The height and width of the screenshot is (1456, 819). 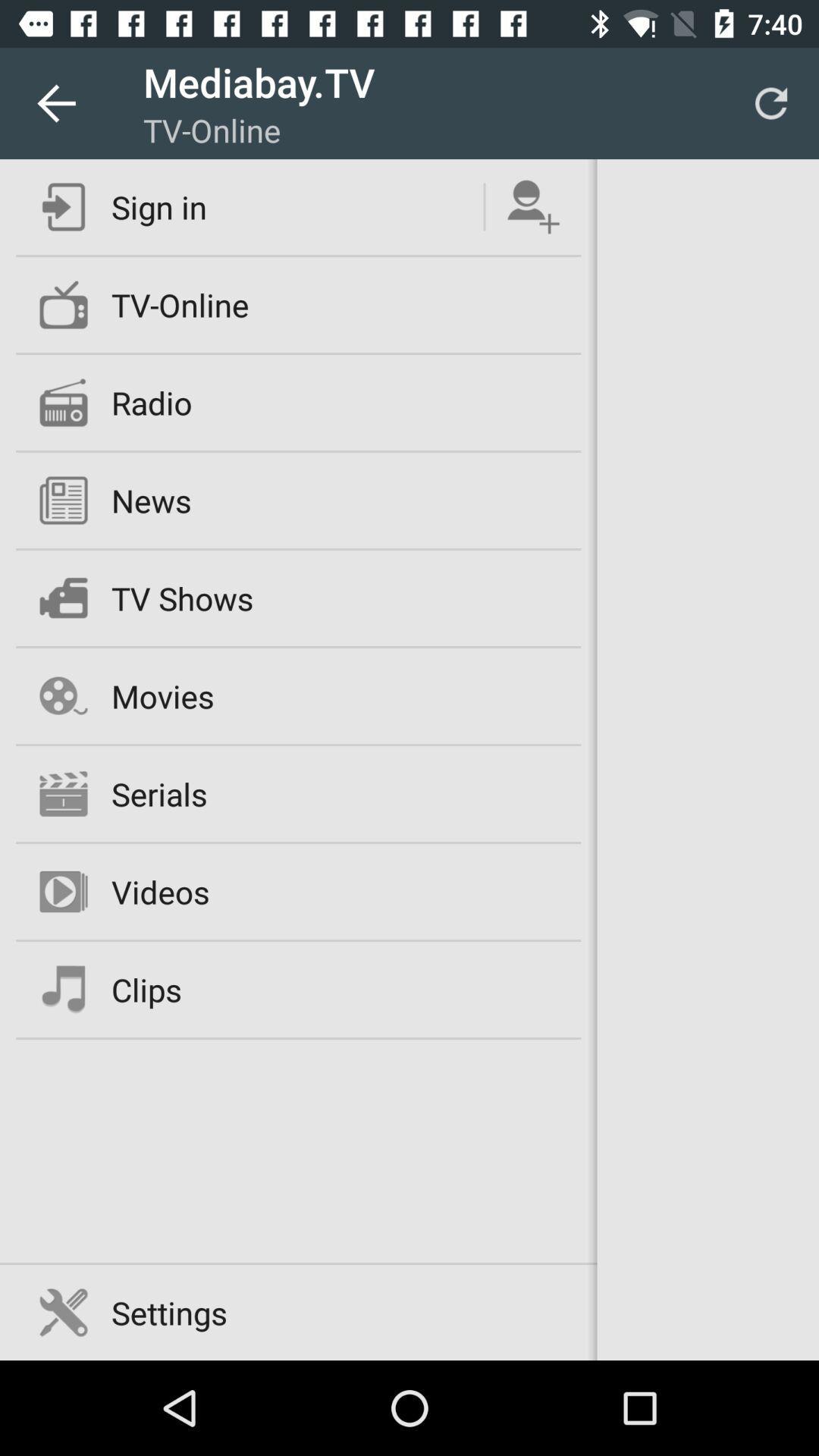 What do you see at coordinates (160, 892) in the screenshot?
I see `the videos item` at bounding box center [160, 892].